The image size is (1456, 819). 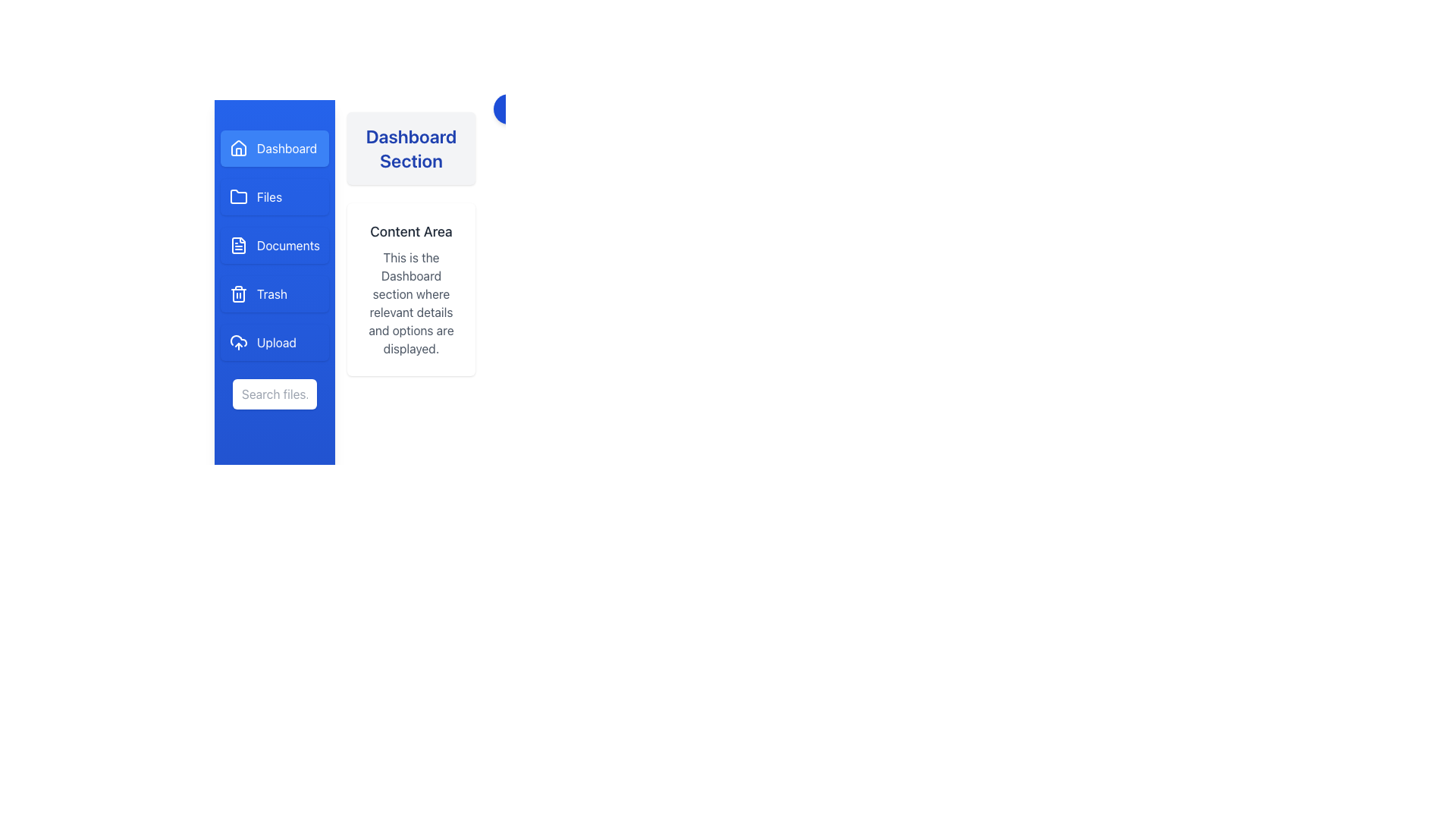 I want to click on the blue-buttoned label displaying 'Documents', so click(x=288, y=245).